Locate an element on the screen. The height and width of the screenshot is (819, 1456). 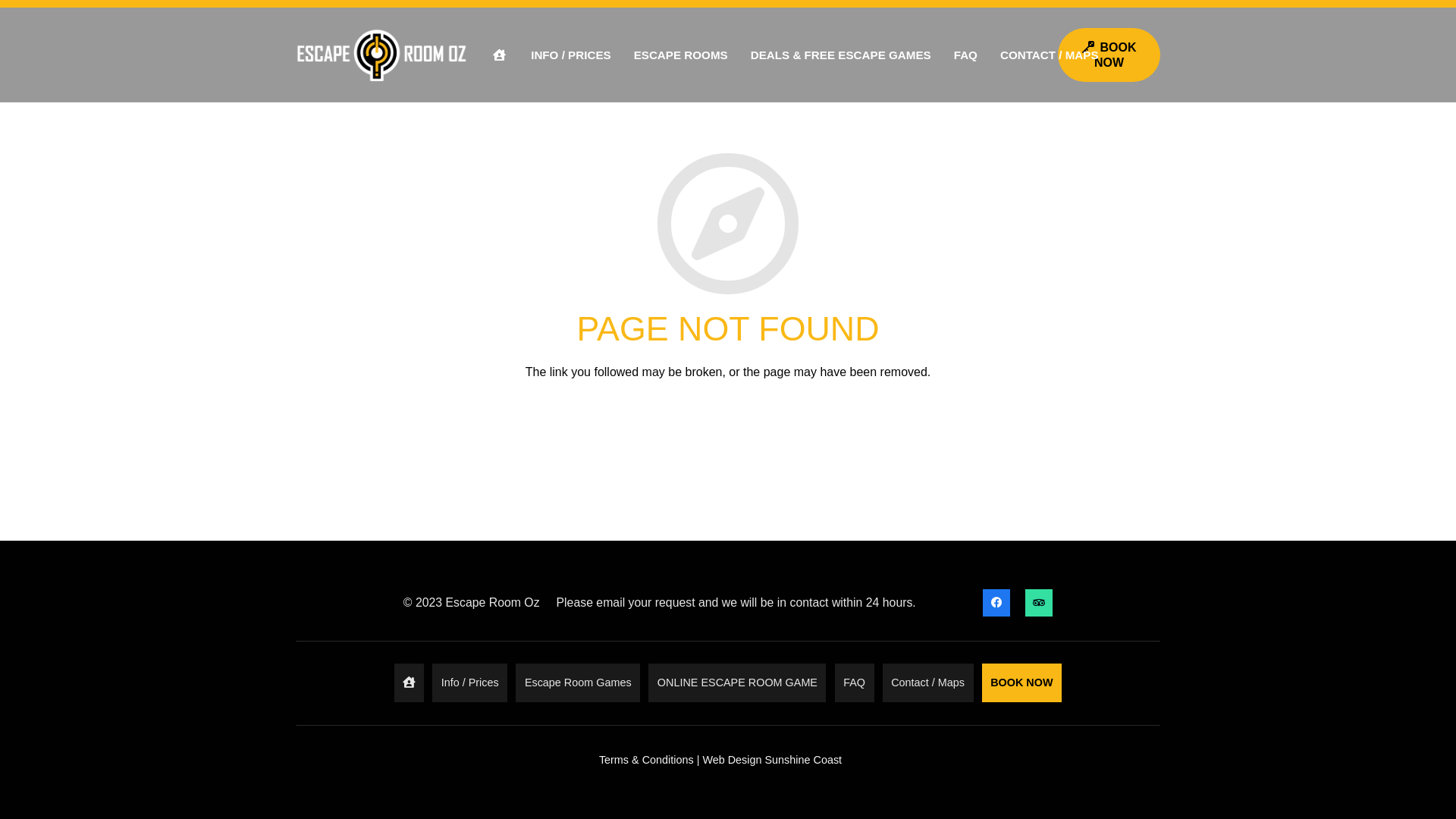
'Info / Prices' is located at coordinates (469, 682).